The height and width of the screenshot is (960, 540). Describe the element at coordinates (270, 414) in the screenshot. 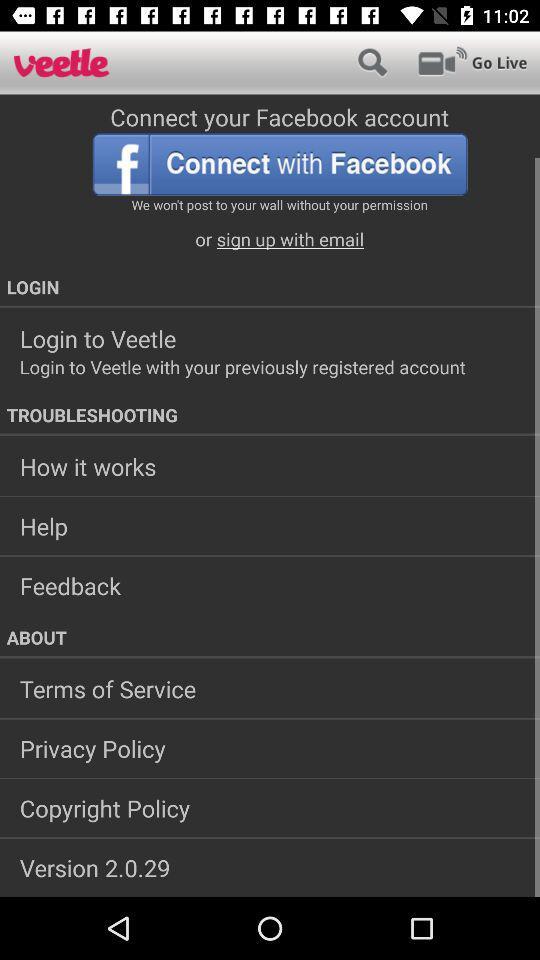

I see `troubleshooting app` at that location.